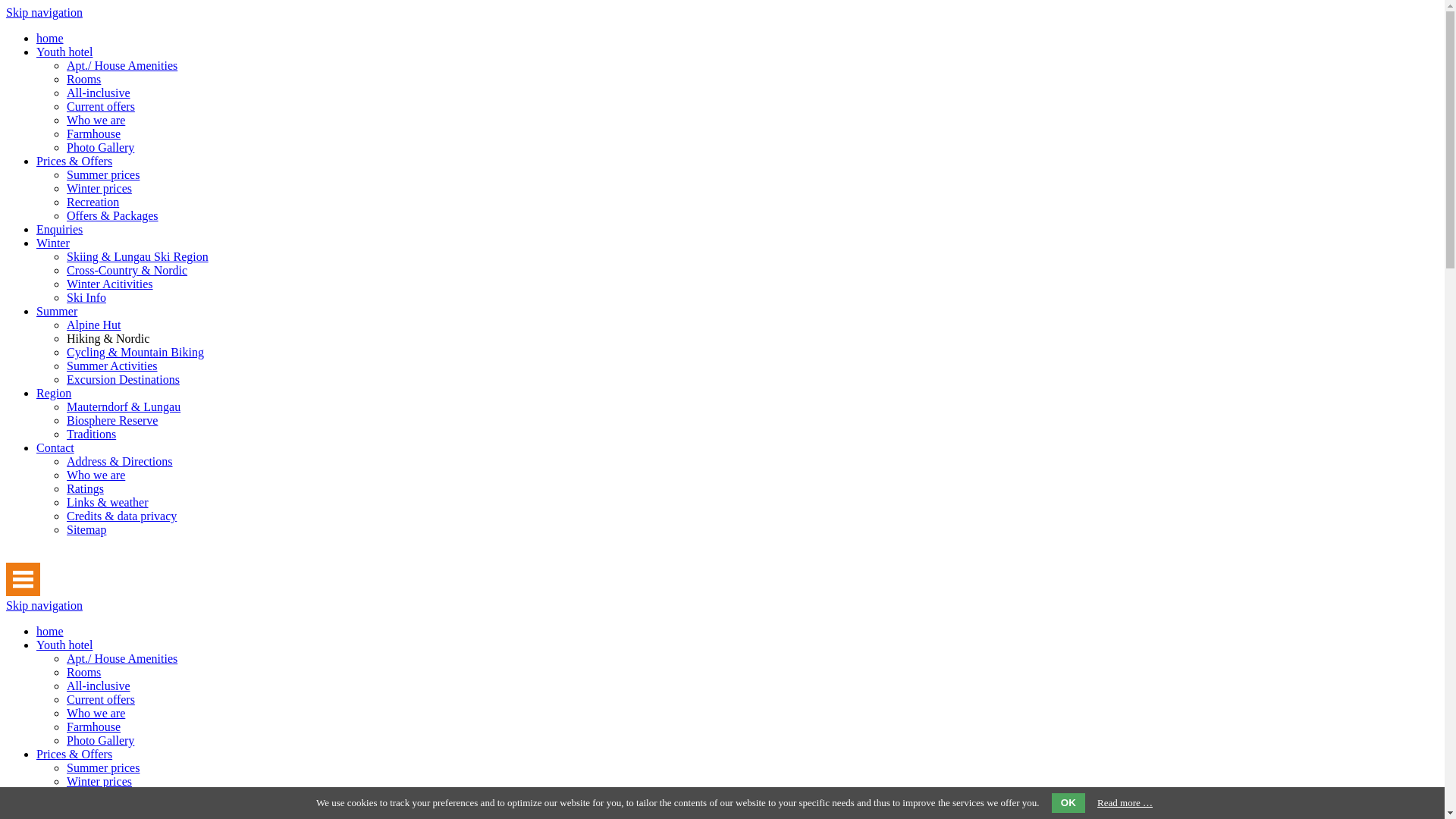 Image resolution: width=1456 pixels, height=819 pixels. I want to click on 'Farmhouse', so click(65, 726).